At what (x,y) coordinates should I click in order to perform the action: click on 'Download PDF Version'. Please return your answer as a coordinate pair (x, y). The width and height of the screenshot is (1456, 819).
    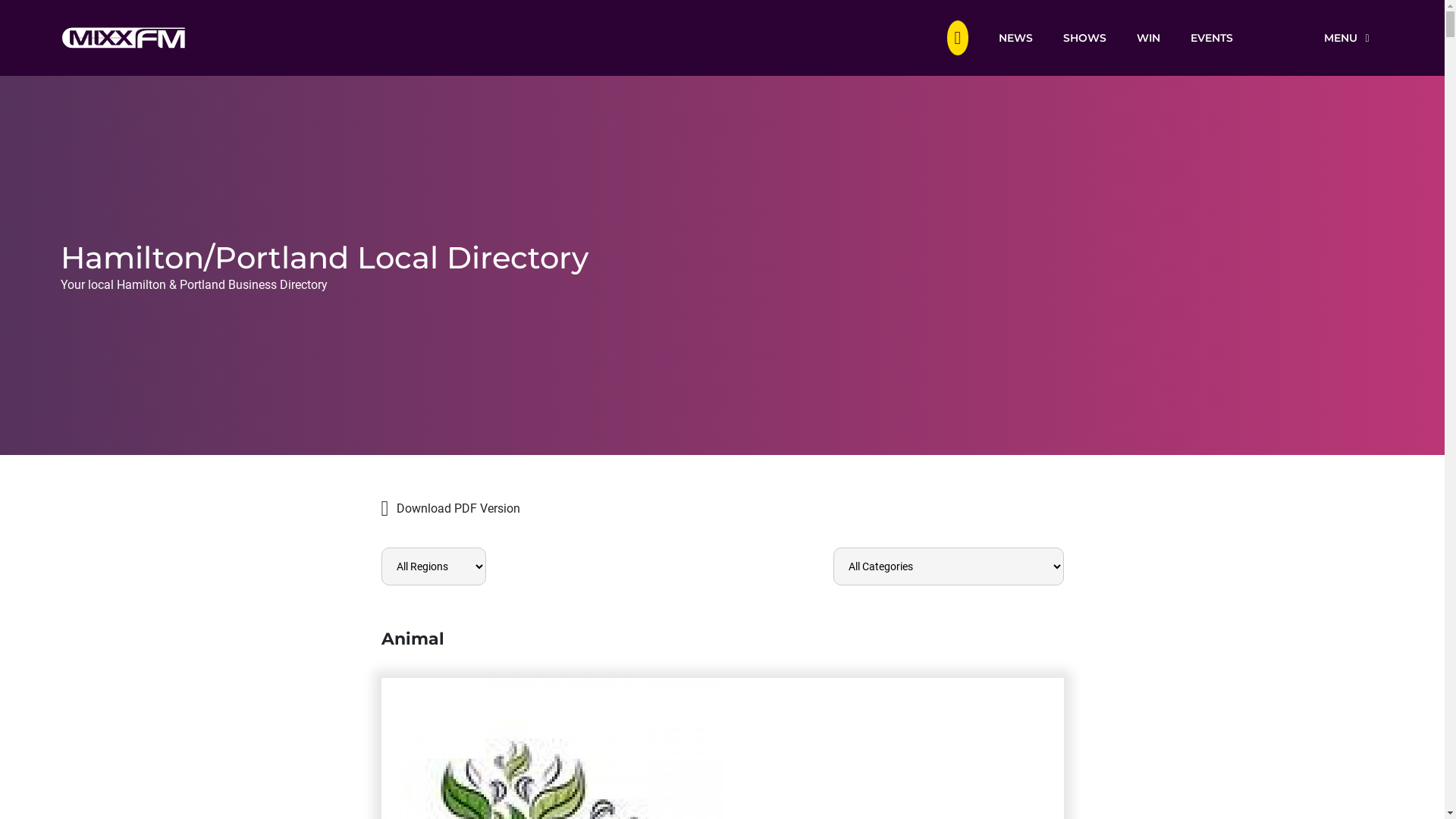
    Looking at the image, I should click on (720, 509).